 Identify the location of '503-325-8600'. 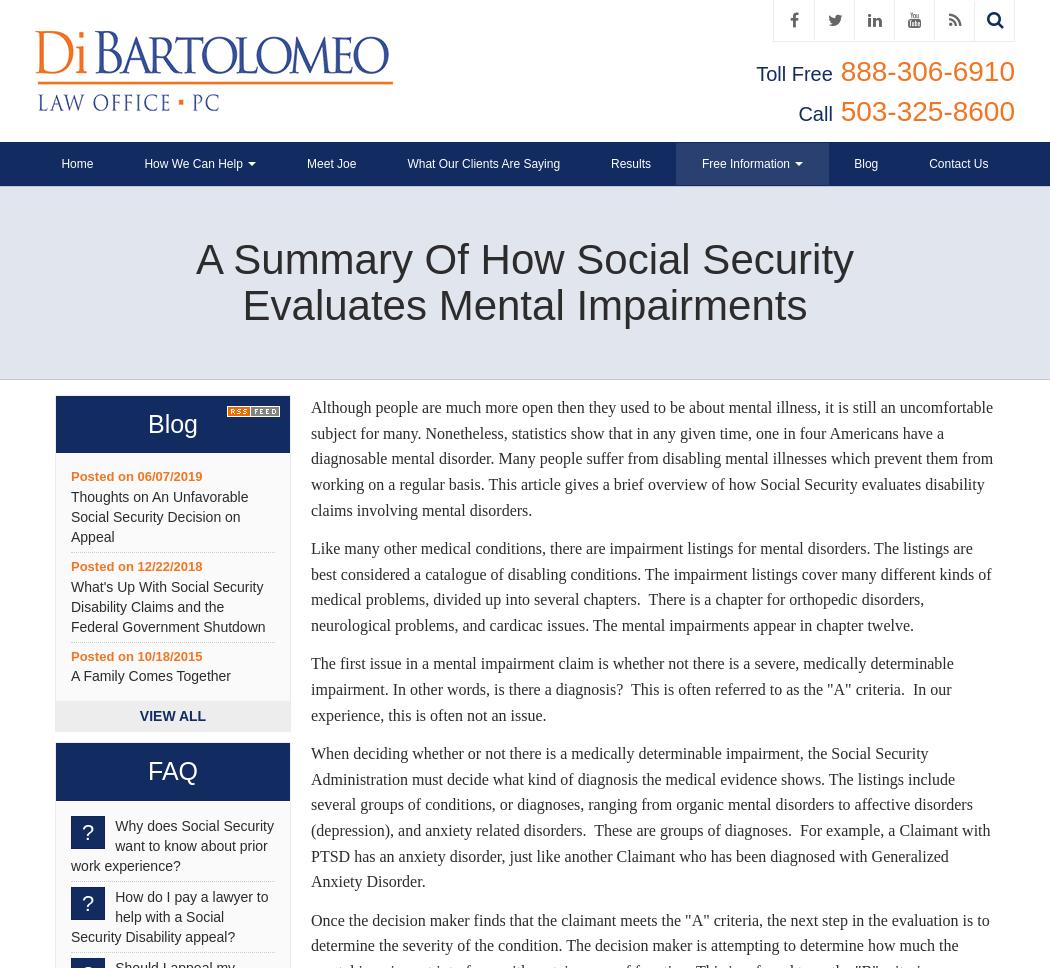
(840, 110).